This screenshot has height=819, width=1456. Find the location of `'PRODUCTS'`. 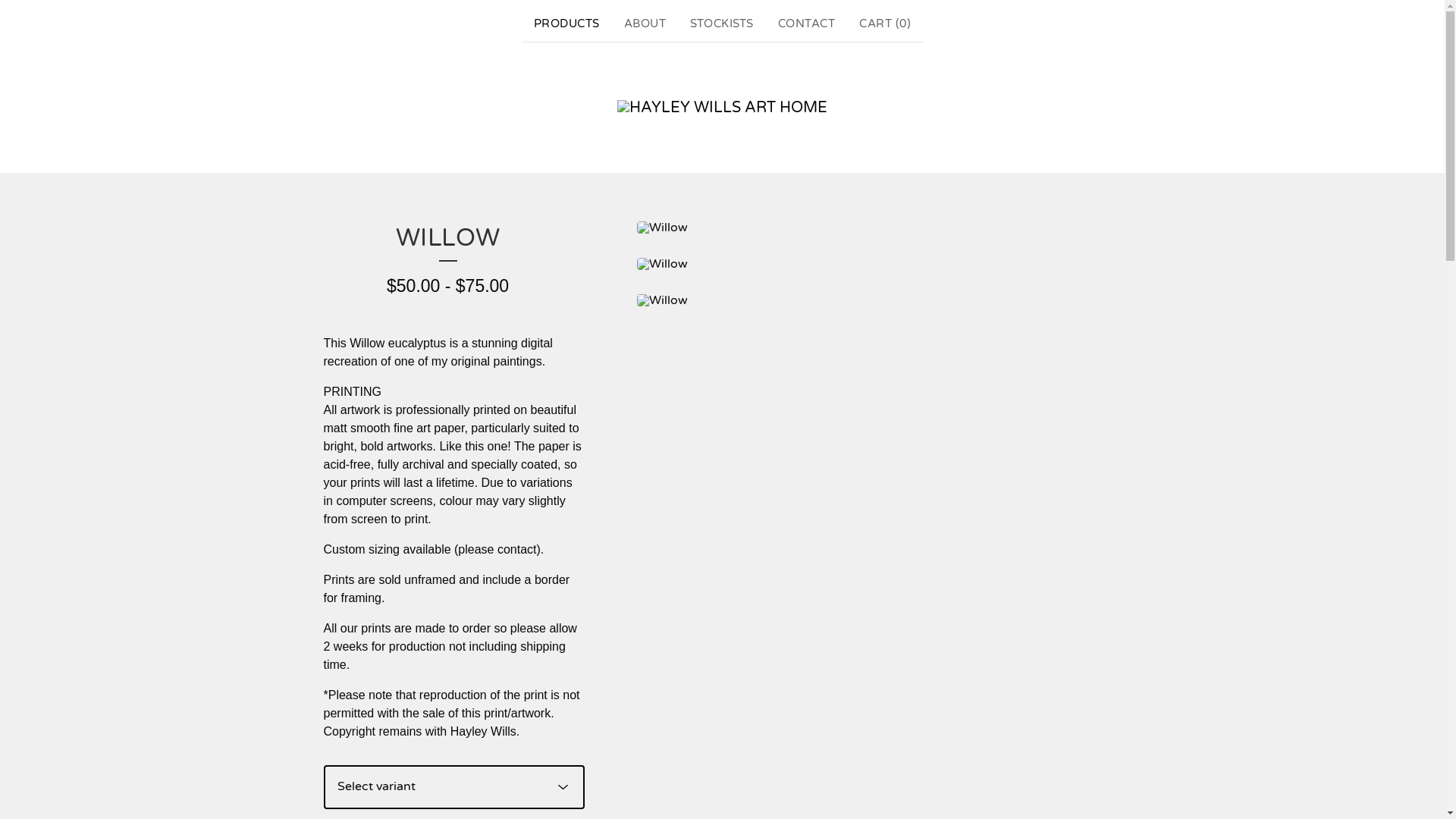

'PRODUCTS' is located at coordinates (566, 24).